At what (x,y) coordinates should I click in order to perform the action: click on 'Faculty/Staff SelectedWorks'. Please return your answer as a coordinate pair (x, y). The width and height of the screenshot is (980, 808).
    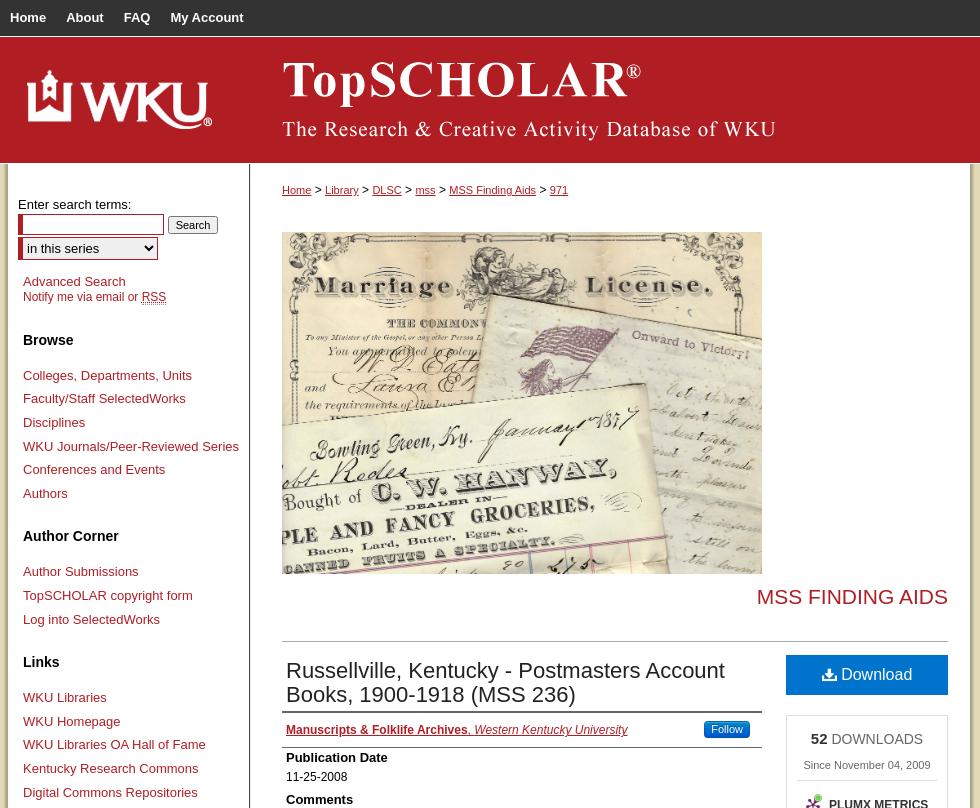
    Looking at the image, I should click on (103, 397).